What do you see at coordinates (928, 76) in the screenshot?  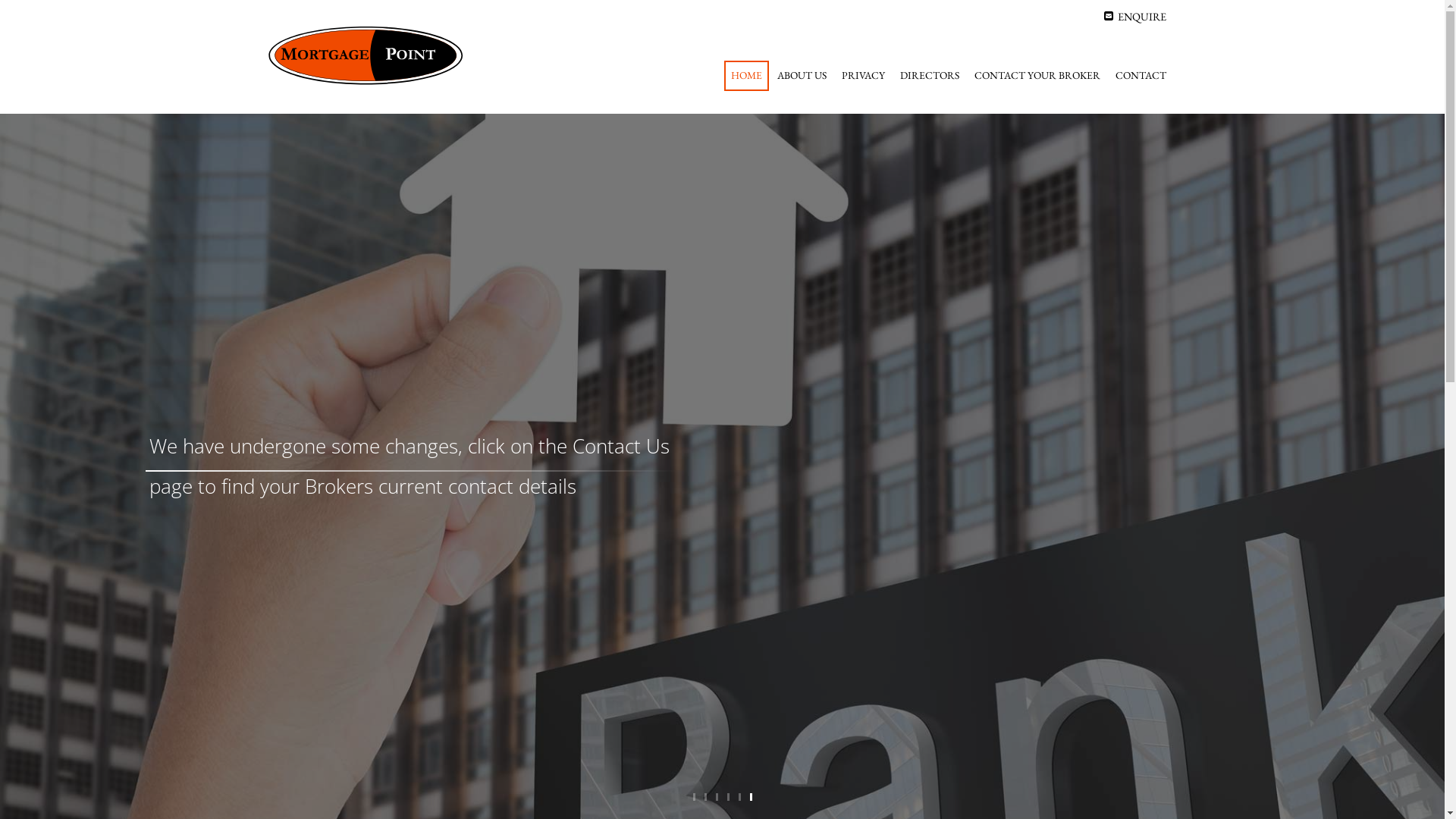 I see `'DIRECTORS'` at bounding box center [928, 76].